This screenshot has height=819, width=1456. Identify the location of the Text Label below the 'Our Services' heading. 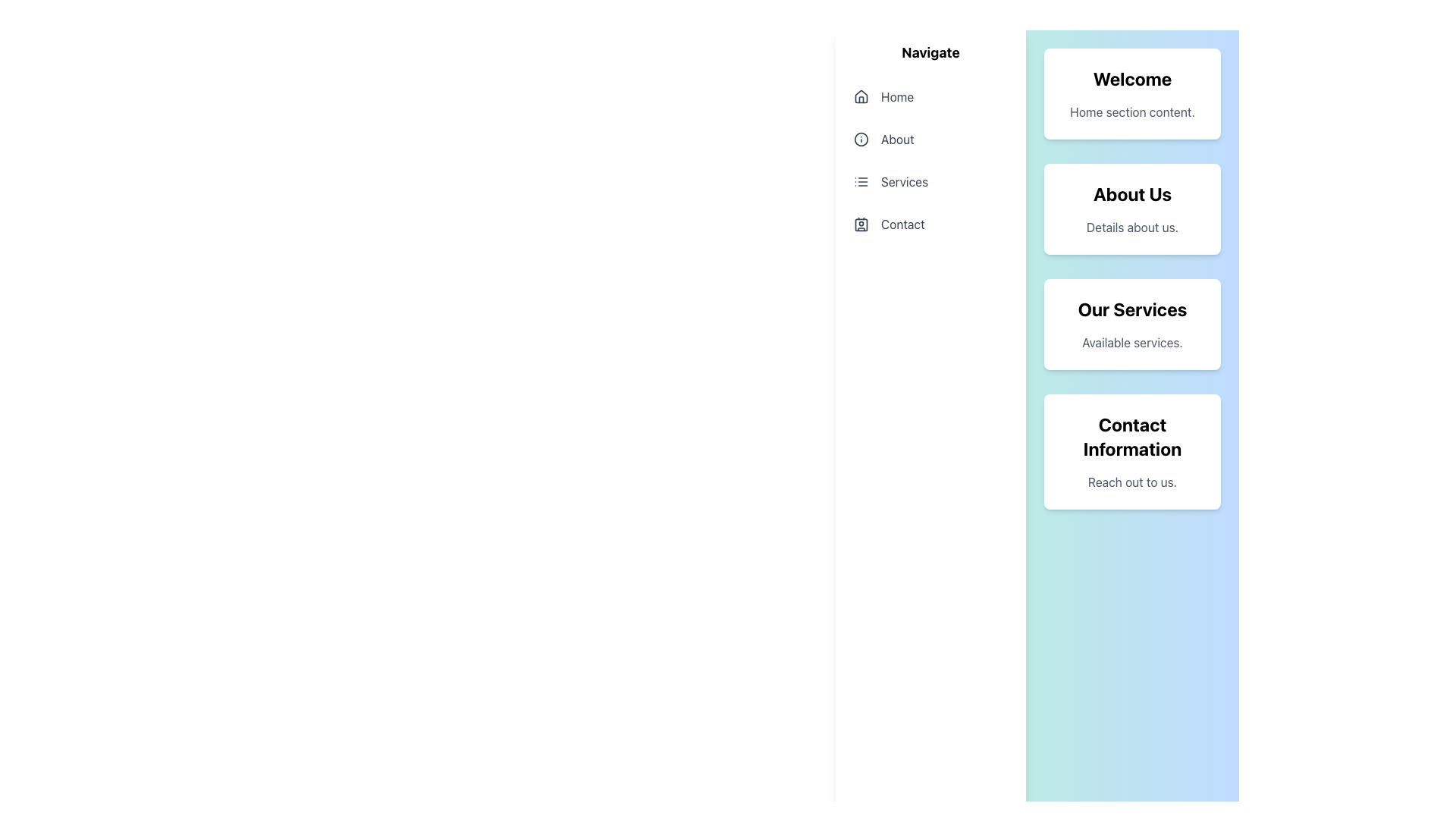
(1131, 342).